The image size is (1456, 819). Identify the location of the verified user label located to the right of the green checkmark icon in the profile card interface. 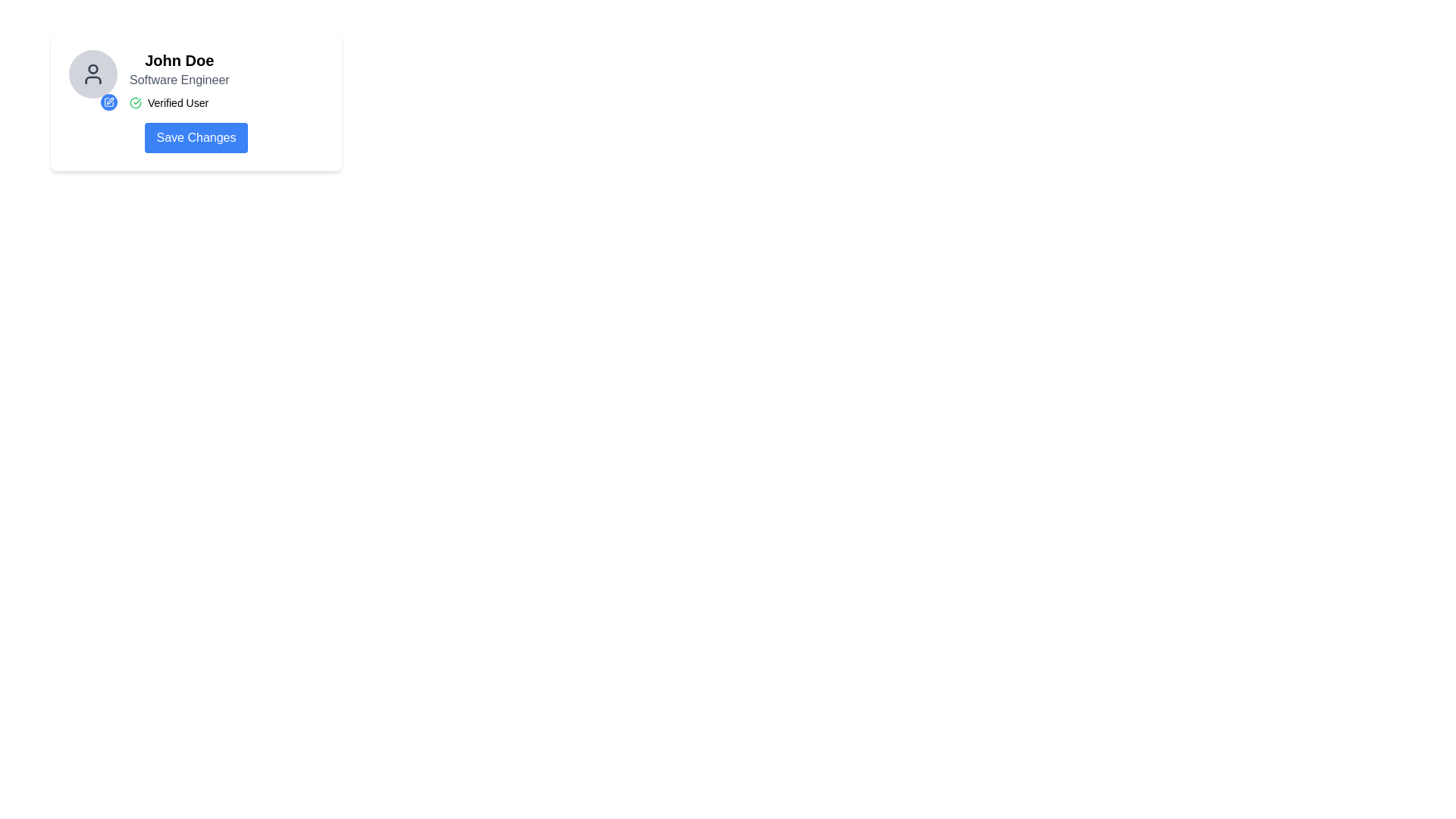
(178, 102).